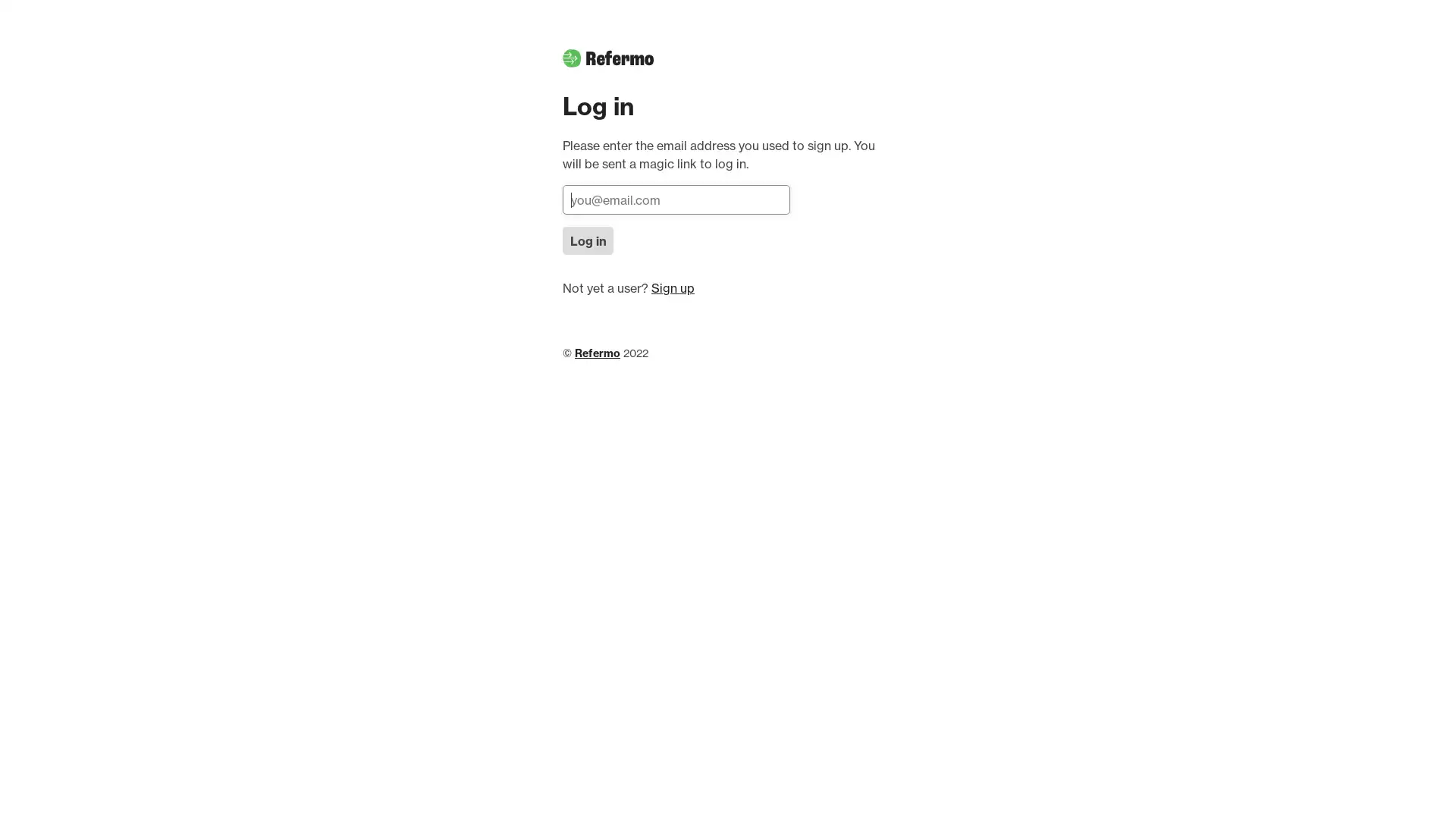 The height and width of the screenshot is (819, 1456). What do you see at coordinates (587, 240) in the screenshot?
I see `Log in` at bounding box center [587, 240].